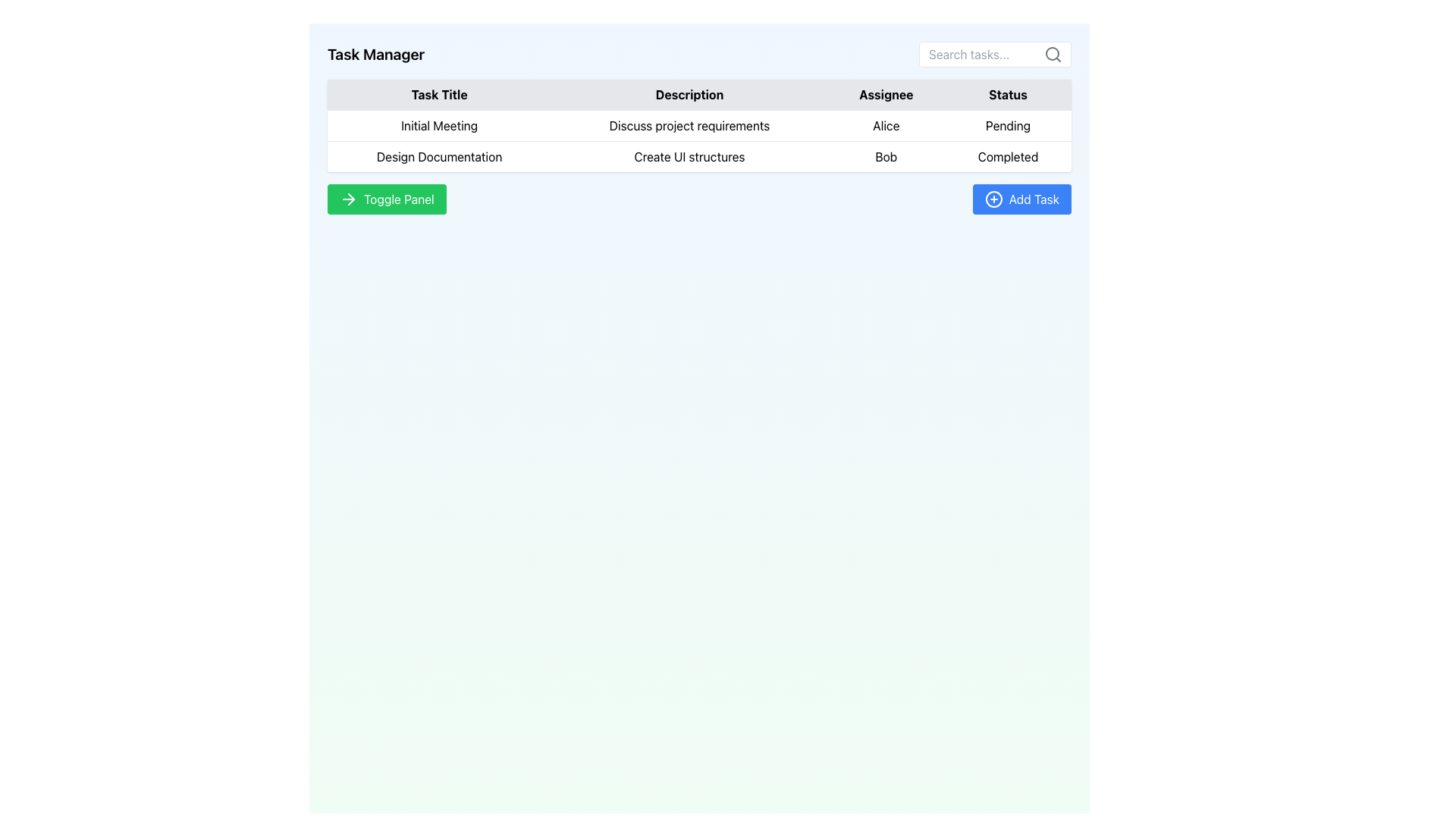  Describe the element at coordinates (993, 198) in the screenshot. I see `the graphical icon resembling a hollow circle with a blue border and a plus sign at the center, which is positioned to the left of the 'Add Task' button label` at that location.